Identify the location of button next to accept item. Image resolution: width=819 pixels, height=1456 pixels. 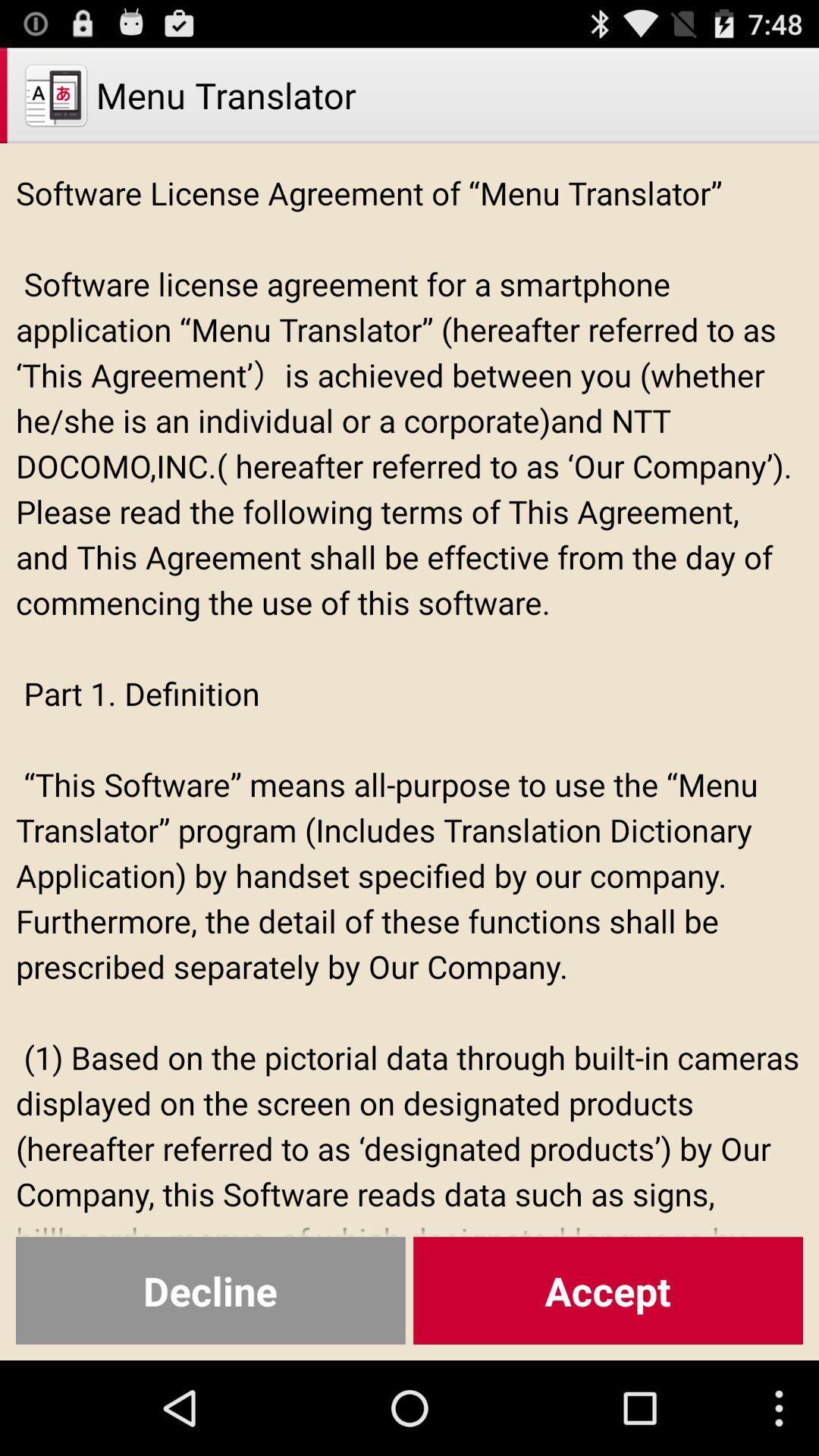
(210, 1290).